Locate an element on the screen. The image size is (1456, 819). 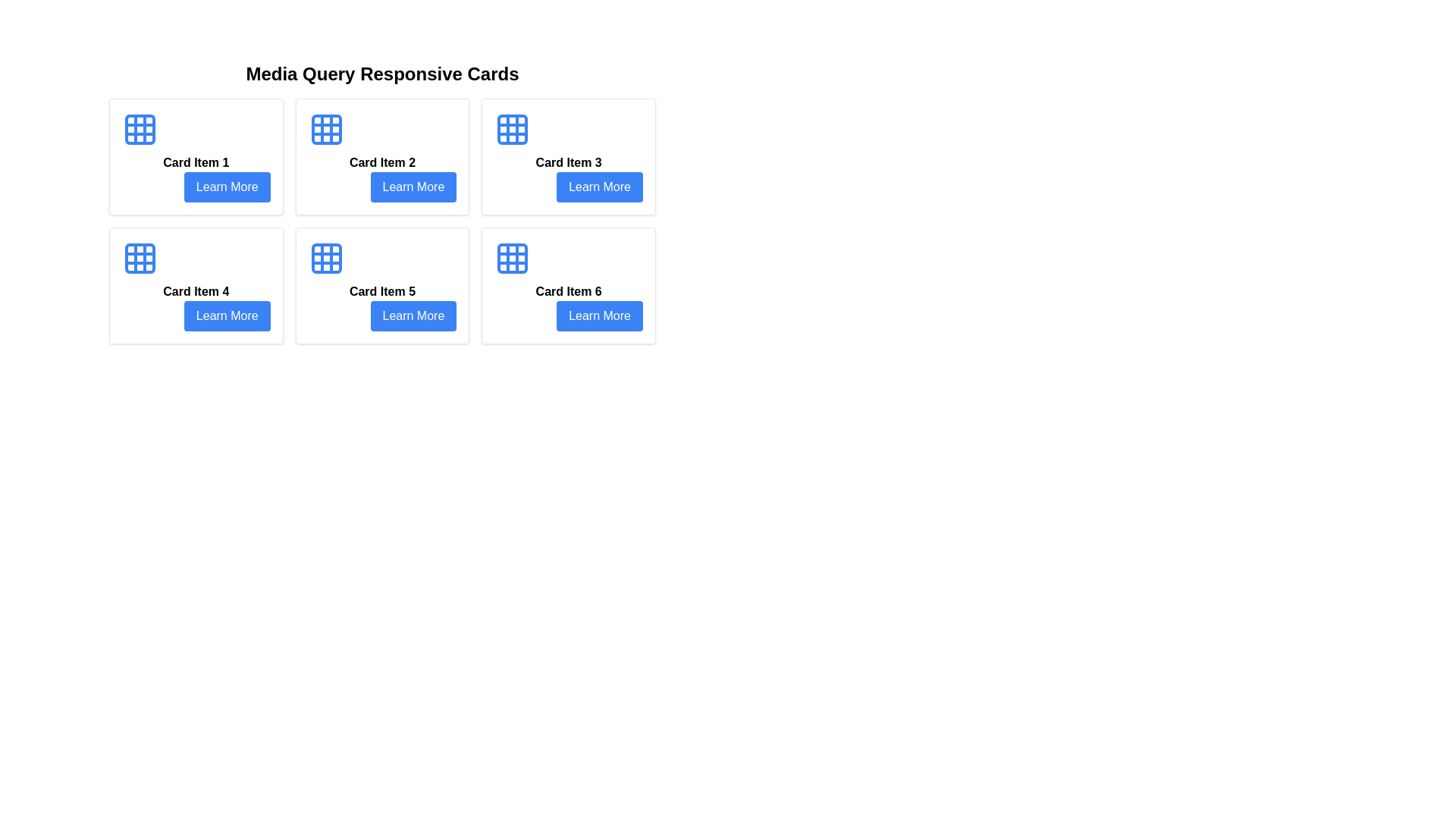
the blue grid icon element located above the text 'Card Item 4' in the bottom-left card of the grid layout is located at coordinates (140, 257).